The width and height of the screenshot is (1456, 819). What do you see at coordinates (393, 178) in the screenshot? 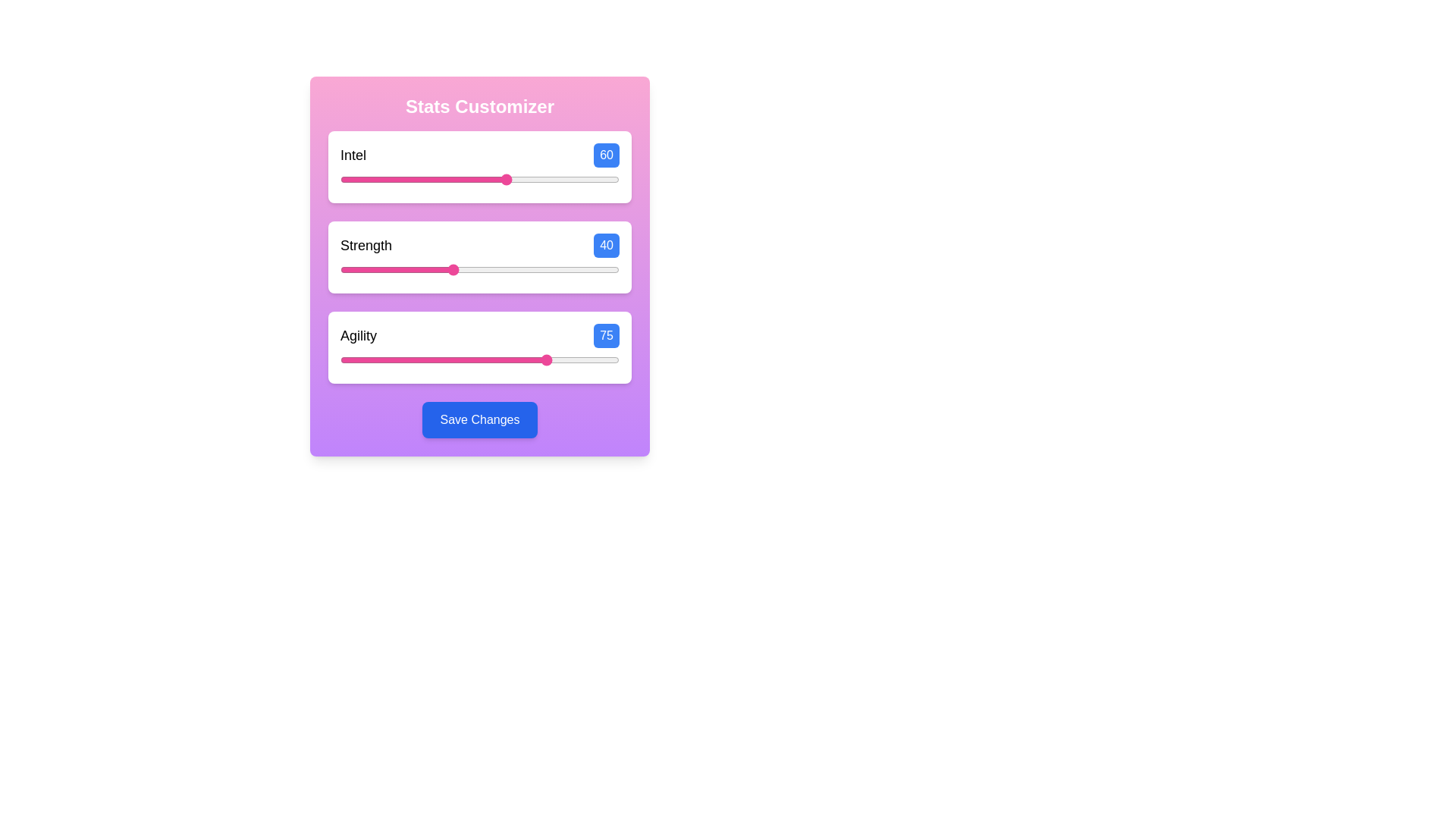
I see `the slider` at bounding box center [393, 178].